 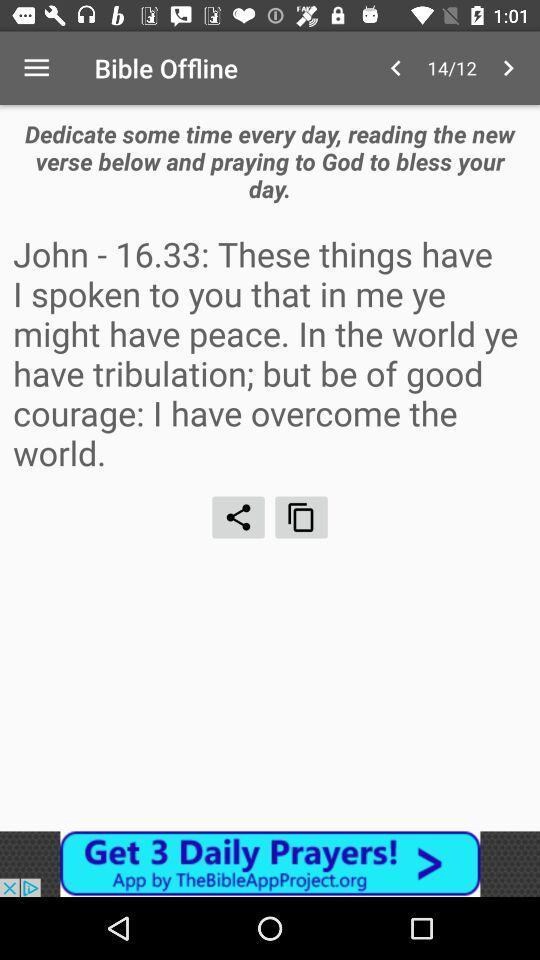 What do you see at coordinates (300, 516) in the screenshot?
I see `window options` at bounding box center [300, 516].